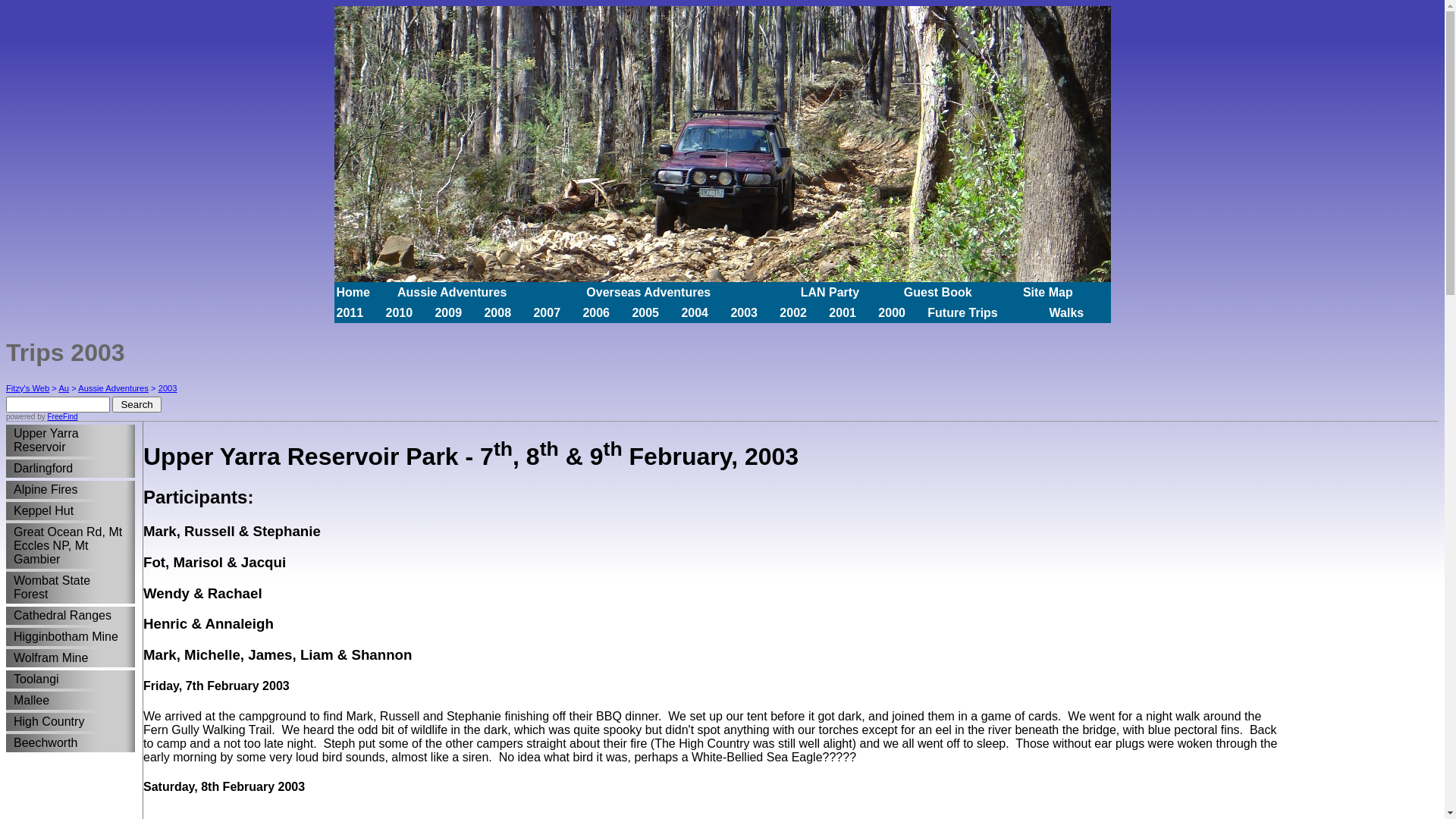  Describe the element at coordinates (65, 742) in the screenshot. I see `'Beechworth'` at that location.